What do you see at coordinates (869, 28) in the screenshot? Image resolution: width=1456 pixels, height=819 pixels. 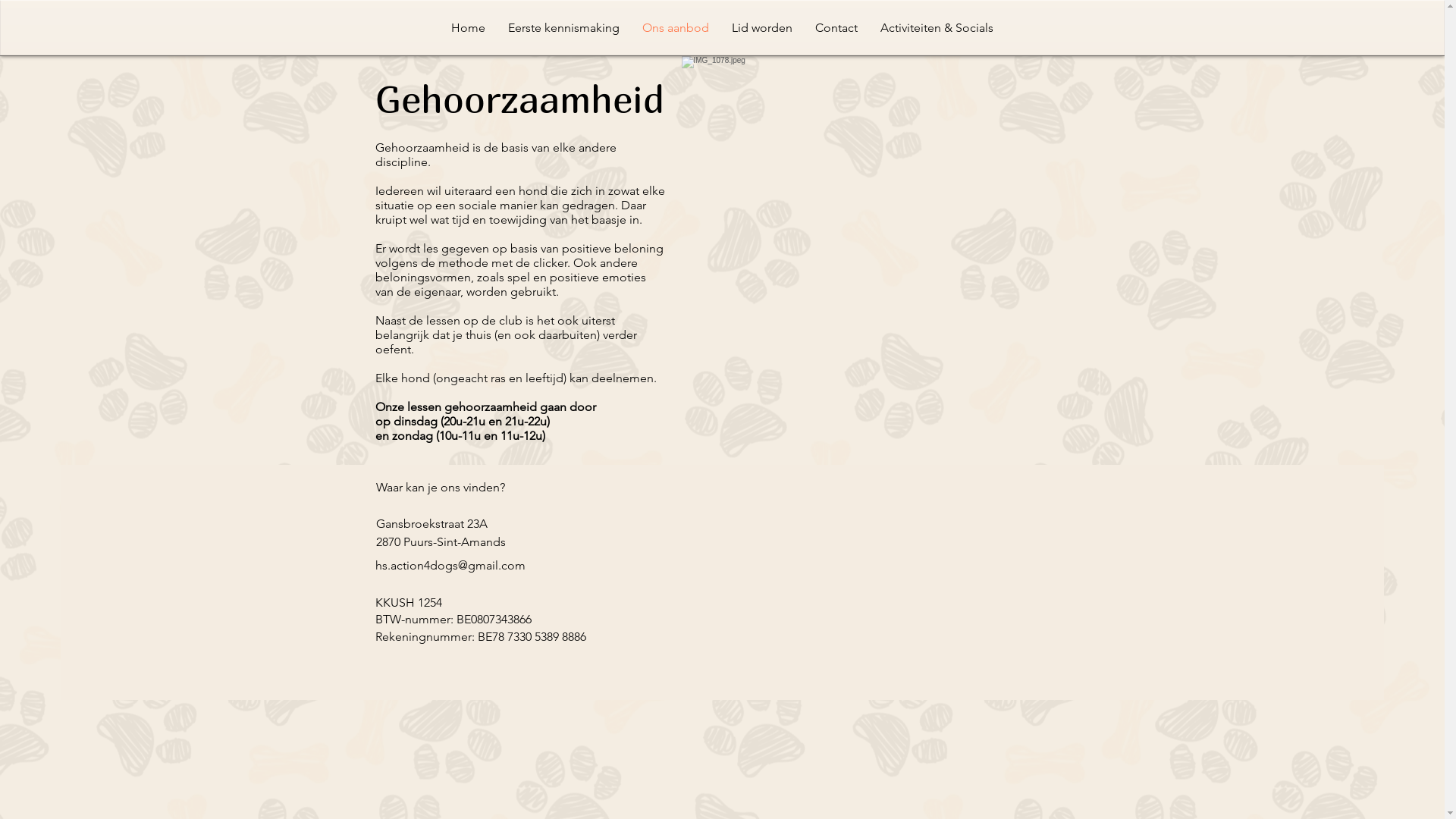 I see `'Activiteiten & Socials'` at bounding box center [869, 28].